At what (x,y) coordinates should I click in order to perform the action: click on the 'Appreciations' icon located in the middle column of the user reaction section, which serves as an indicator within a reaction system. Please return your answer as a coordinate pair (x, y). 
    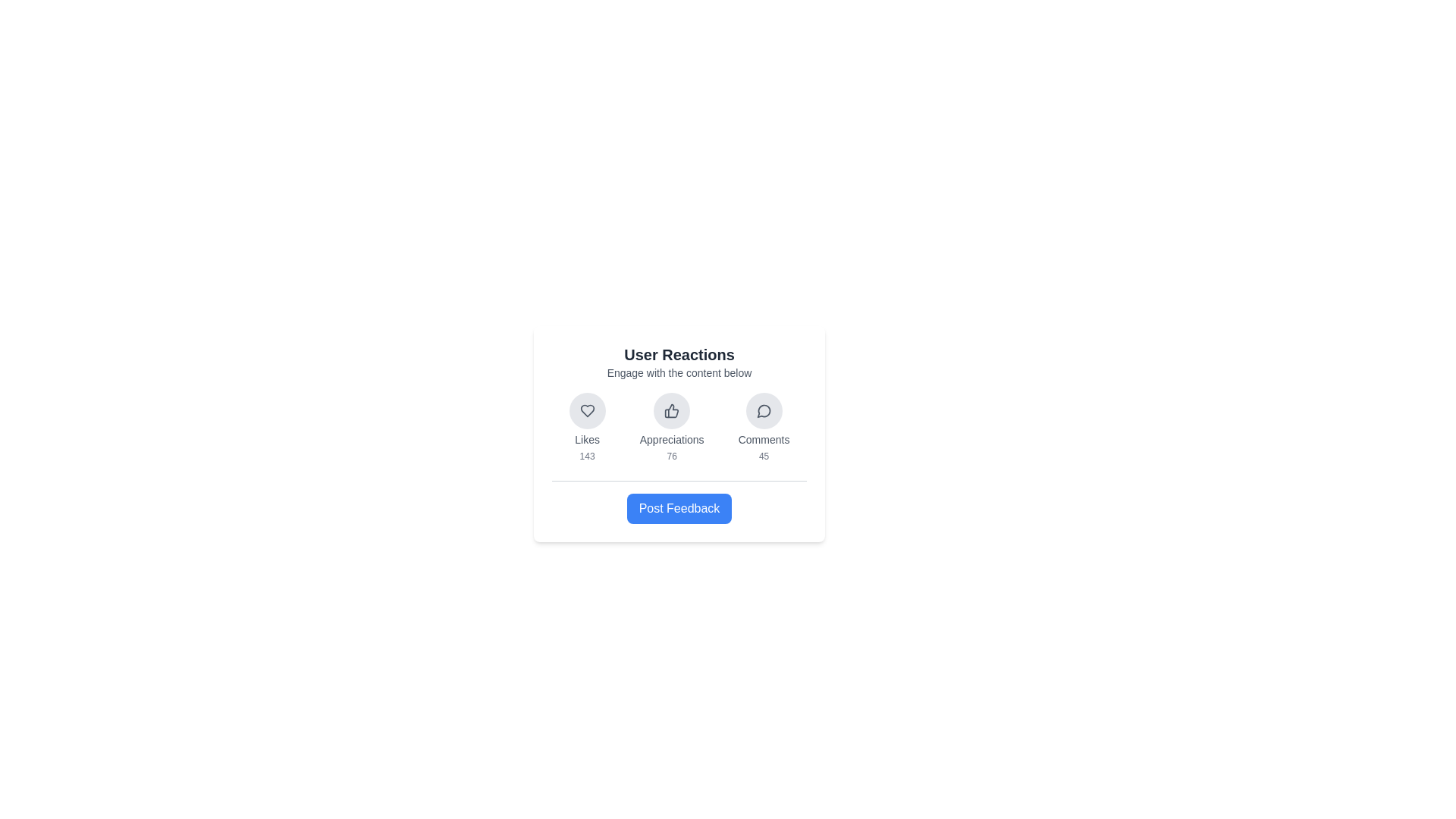
    Looking at the image, I should click on (671, 411).